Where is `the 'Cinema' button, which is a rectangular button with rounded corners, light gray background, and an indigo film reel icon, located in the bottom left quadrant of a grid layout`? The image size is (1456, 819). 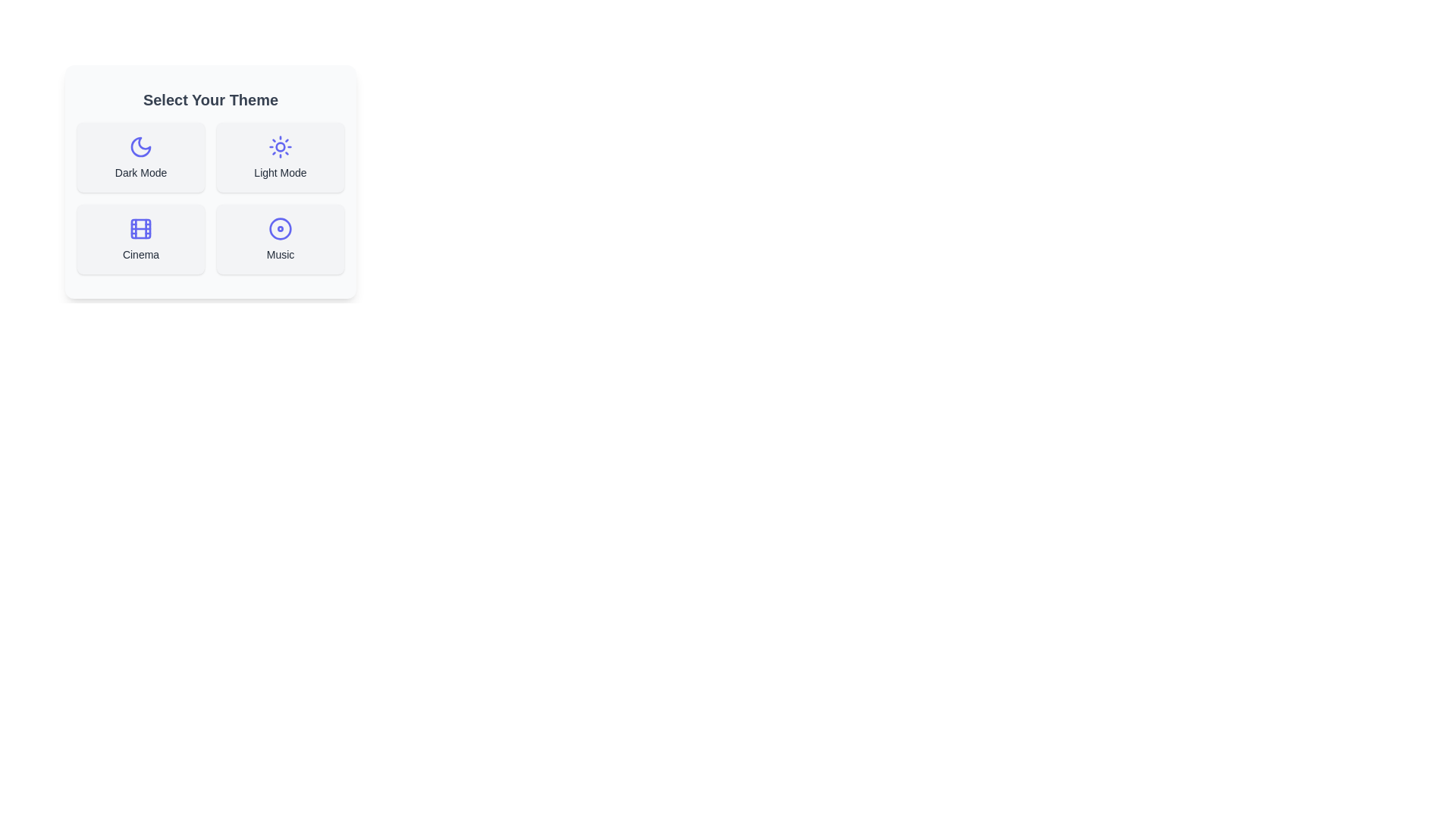 the 'Cinema' button, which is a rectangular button with rounded corners, light gray background, and an indigo film reel icon, located in the bottom left quadrant of a grid layout is located at coordinates (141, 239).